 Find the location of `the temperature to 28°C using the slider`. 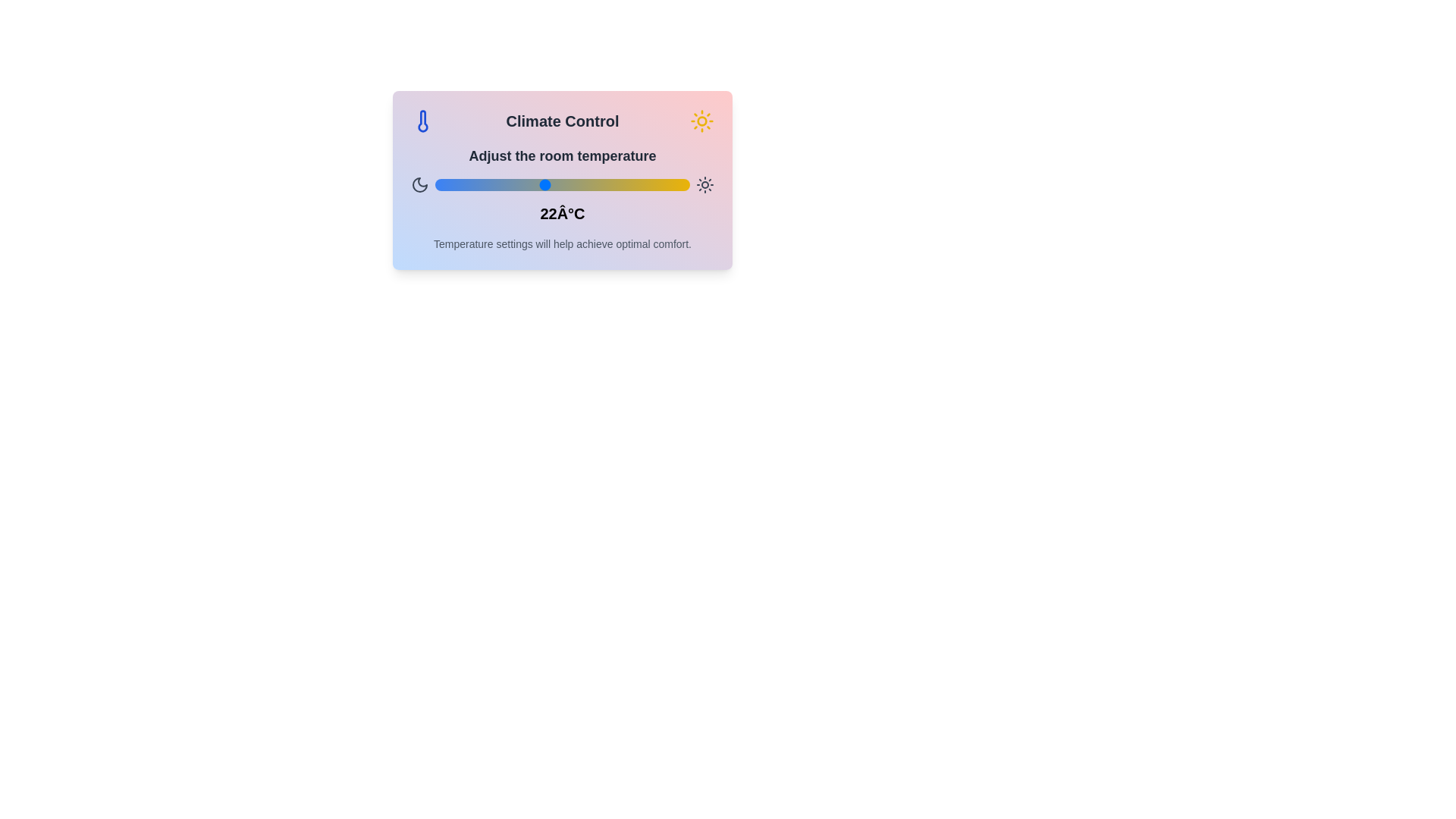

the temperature to 28°C using the slider is located at coordinates (654, 184).